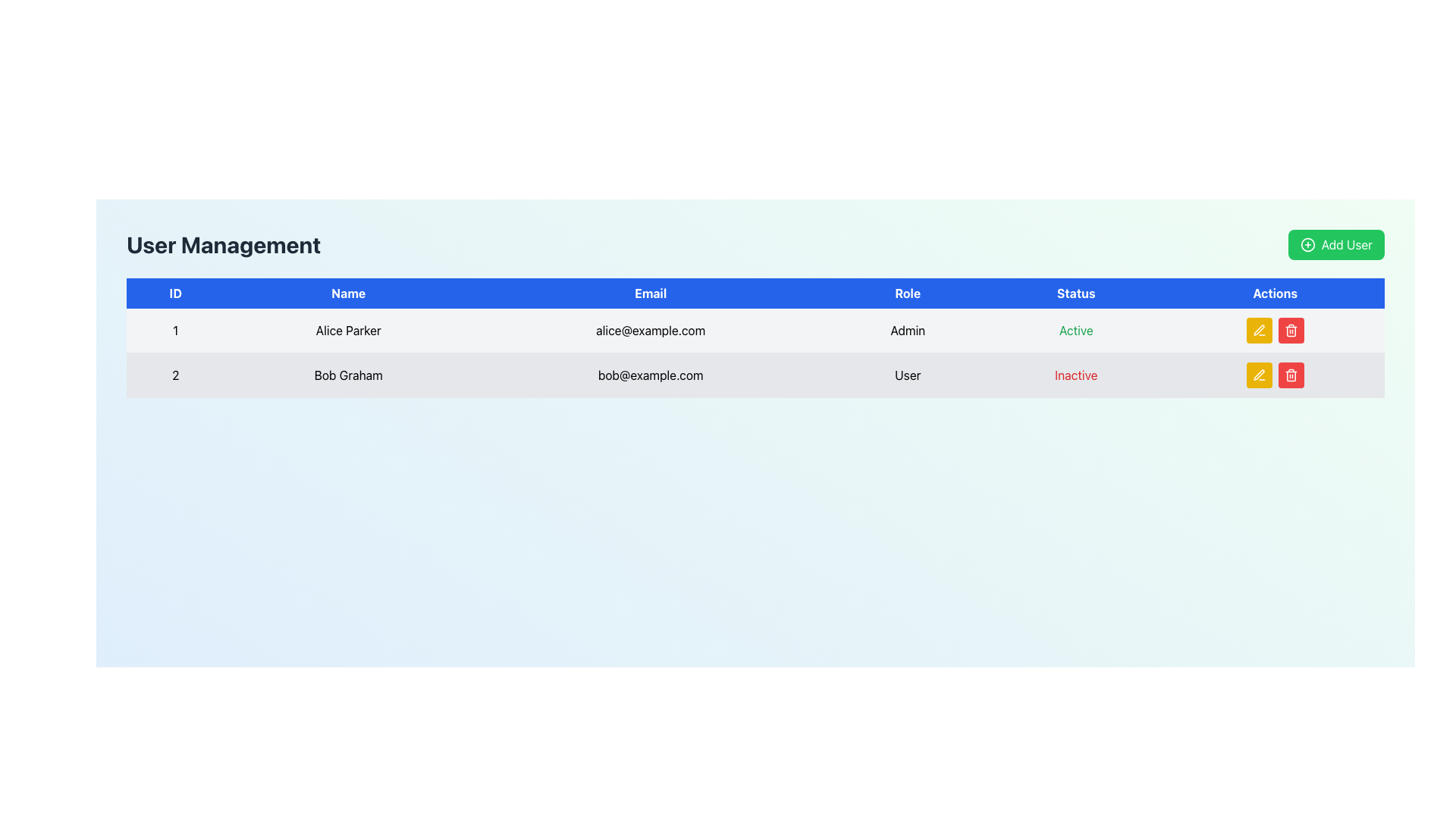  What do you see at coordinates (651, 375) in the screenshot?
I see `the text label displaying the email address 'bob@example.com' in the user management table` at bounding box center [651, 375].